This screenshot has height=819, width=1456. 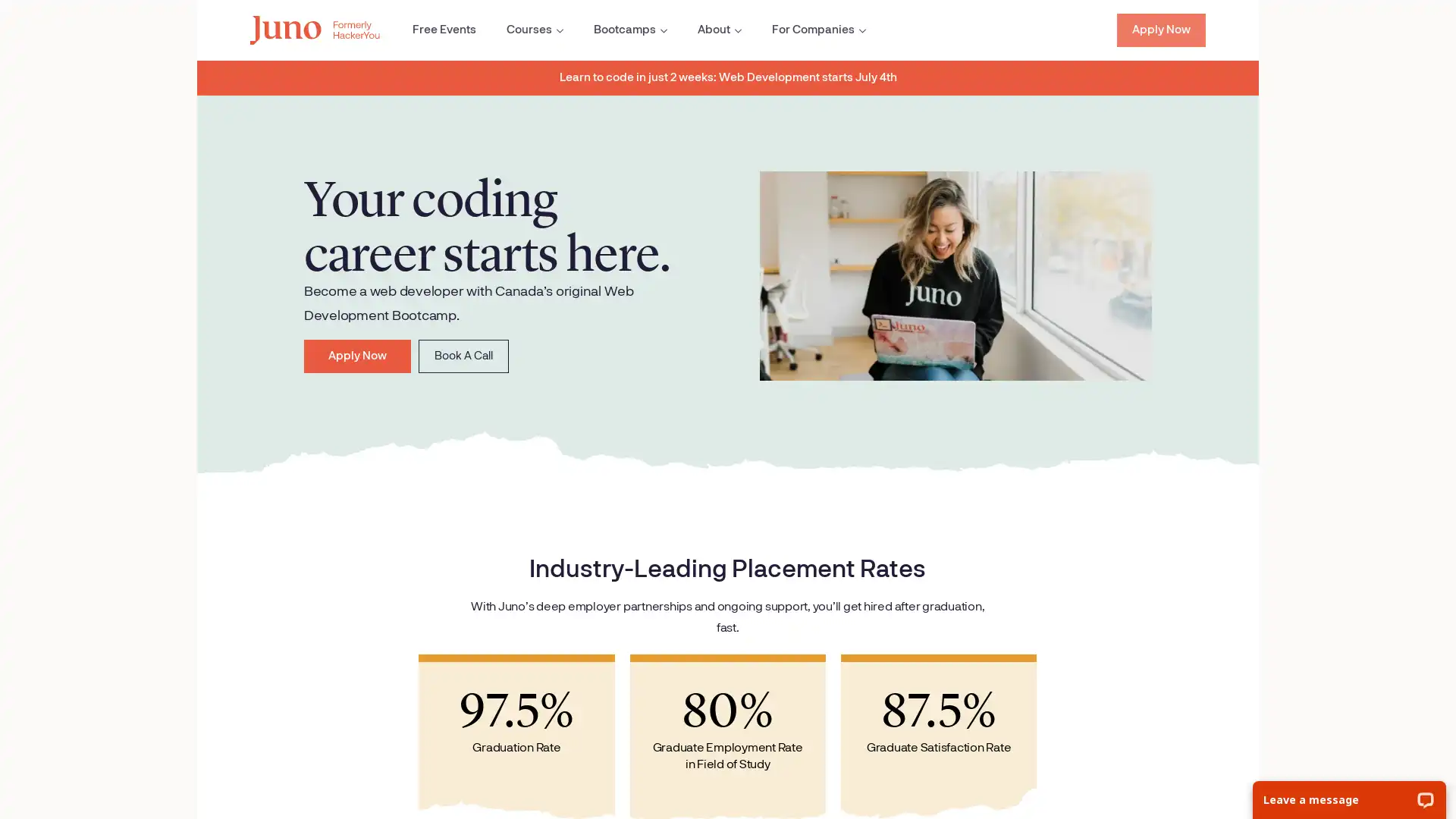 I want to click on Open the For Companies sub menu., so click(x=805, y=30).